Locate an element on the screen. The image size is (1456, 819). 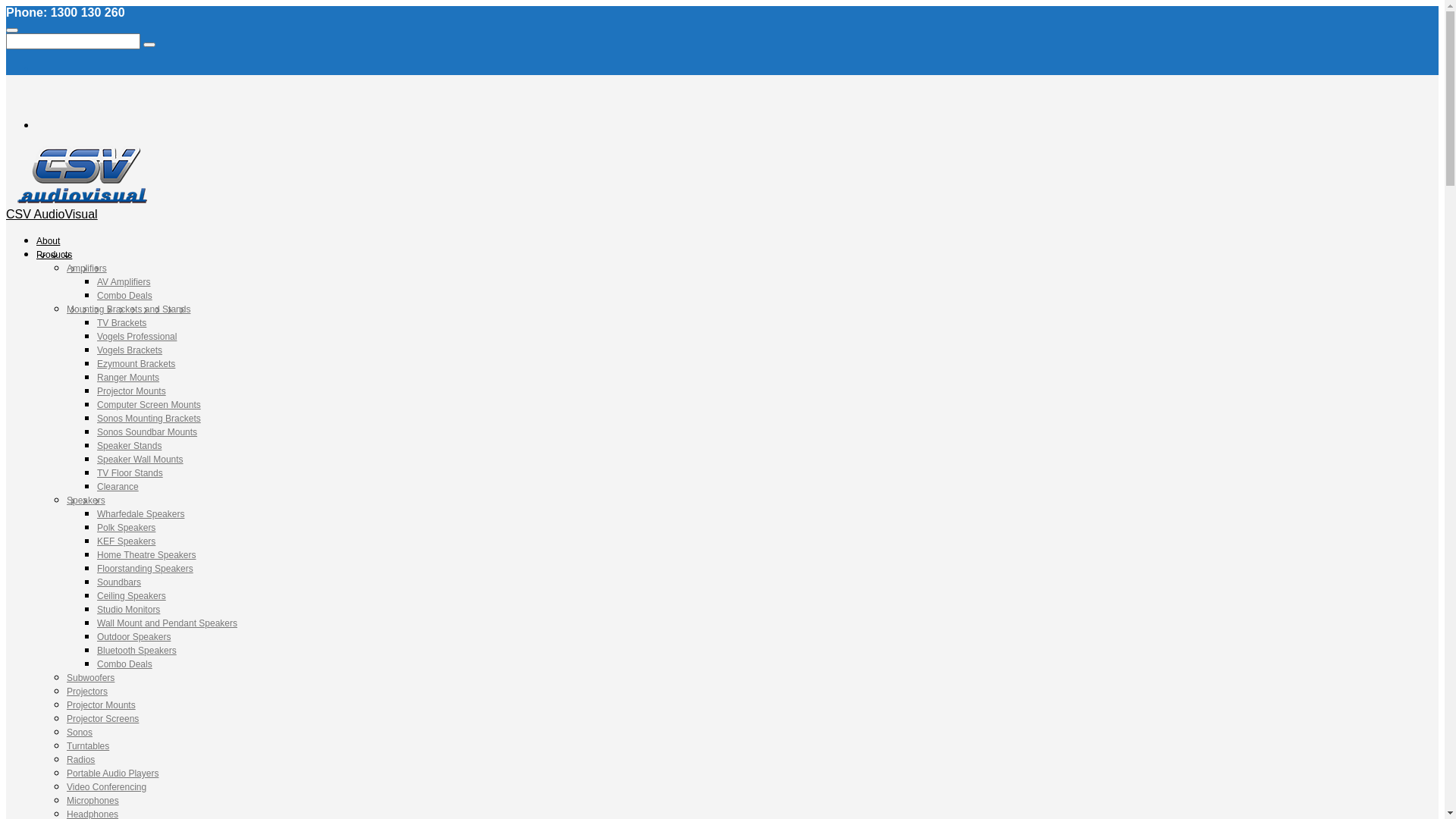
'Ezymount Brackets' is located at coordinates (136, 363).